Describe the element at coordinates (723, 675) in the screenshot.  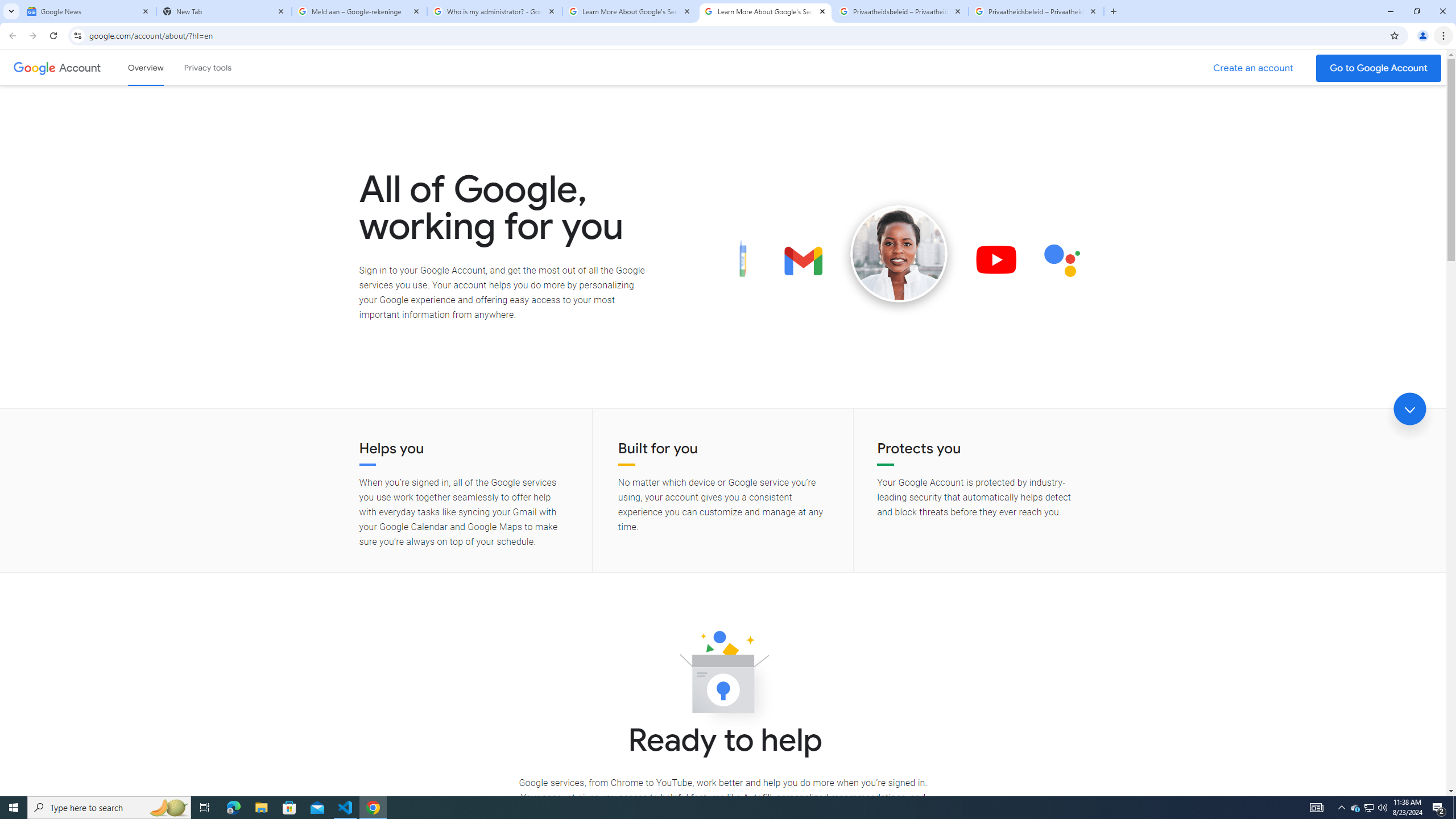
I see `'Ready to help'` at that location.